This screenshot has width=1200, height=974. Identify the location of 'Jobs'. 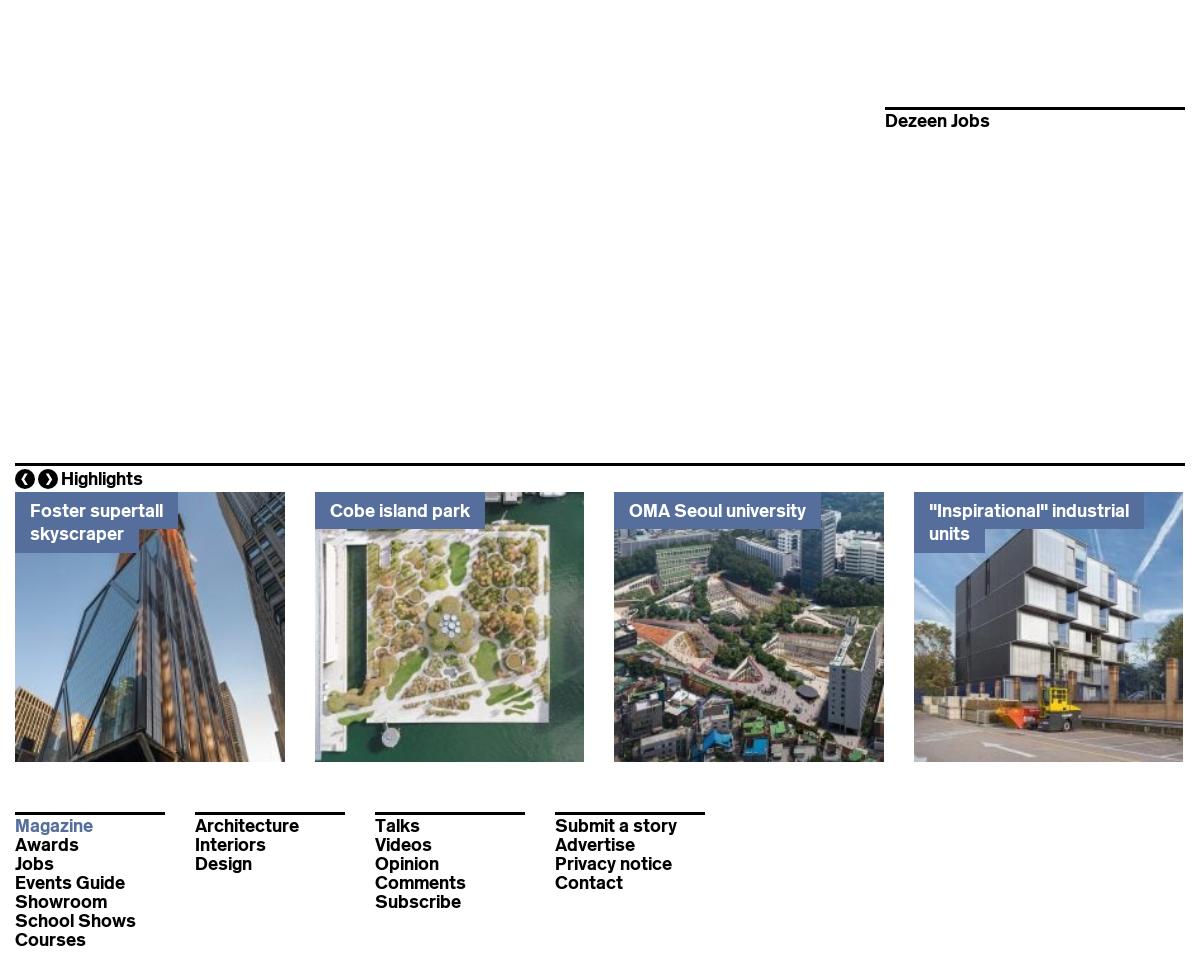
(34, 864).